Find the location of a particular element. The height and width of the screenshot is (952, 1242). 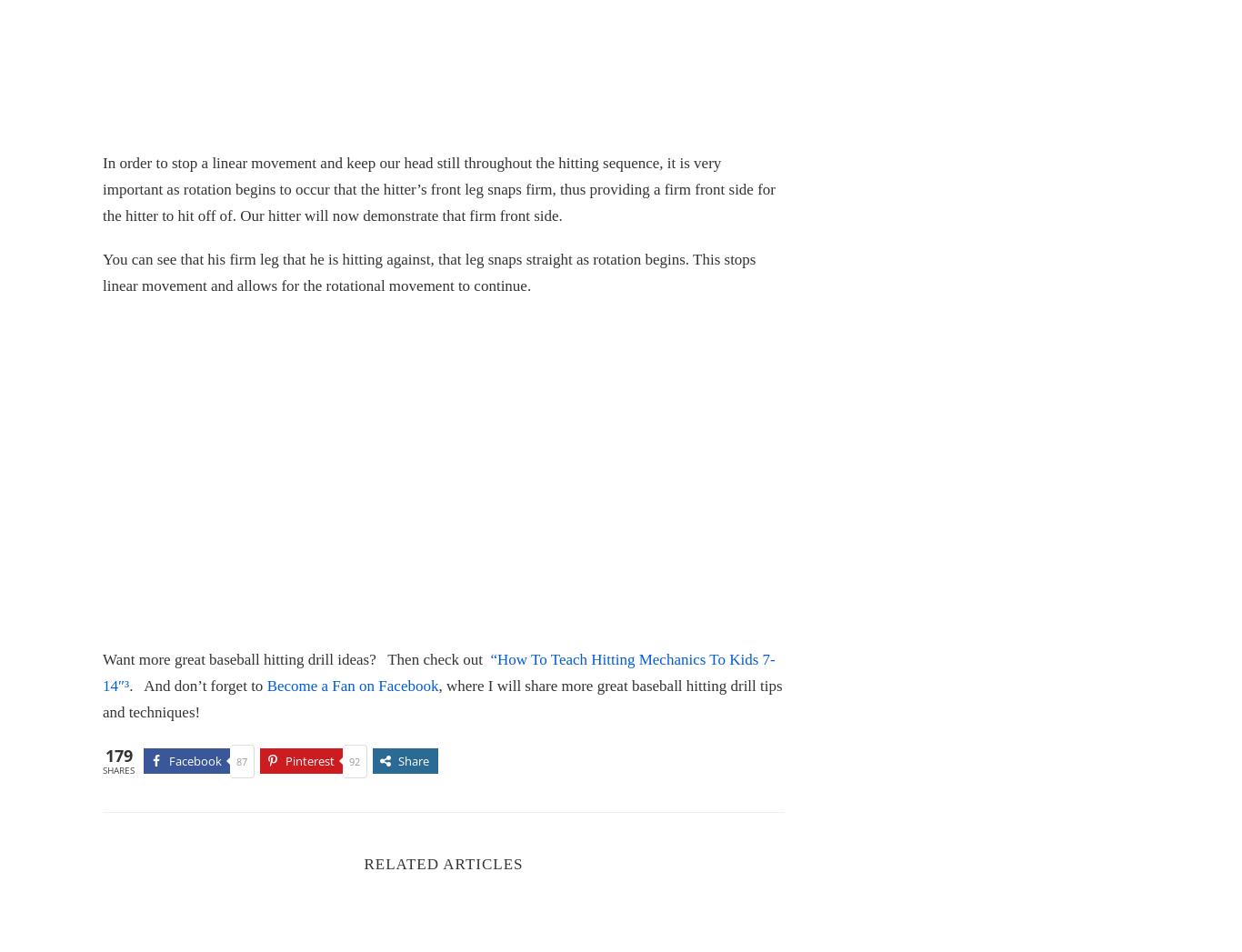

'Facebook' is located at coordinates (195, 760).